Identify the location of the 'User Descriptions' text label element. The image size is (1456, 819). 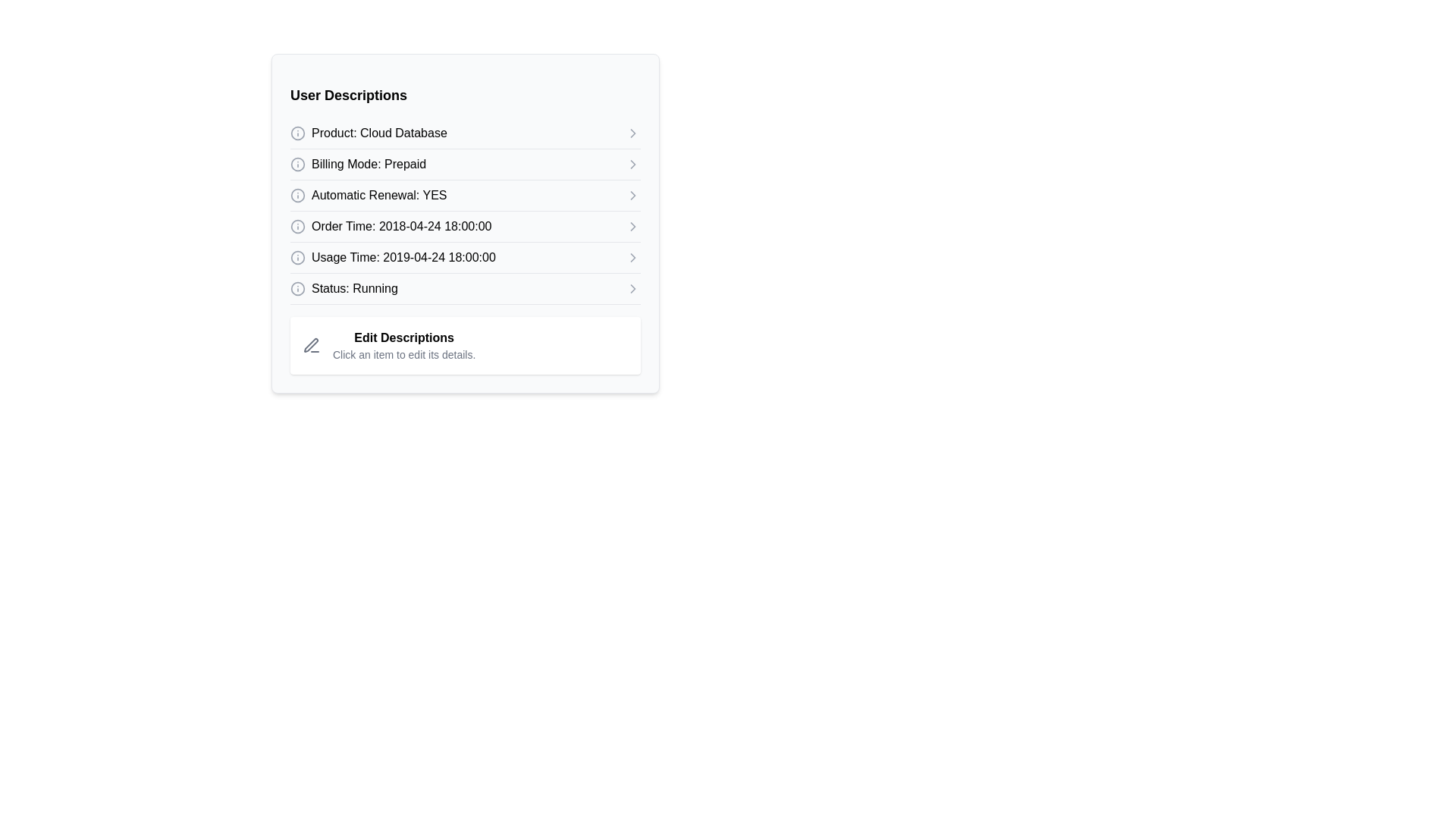
(465, 96).